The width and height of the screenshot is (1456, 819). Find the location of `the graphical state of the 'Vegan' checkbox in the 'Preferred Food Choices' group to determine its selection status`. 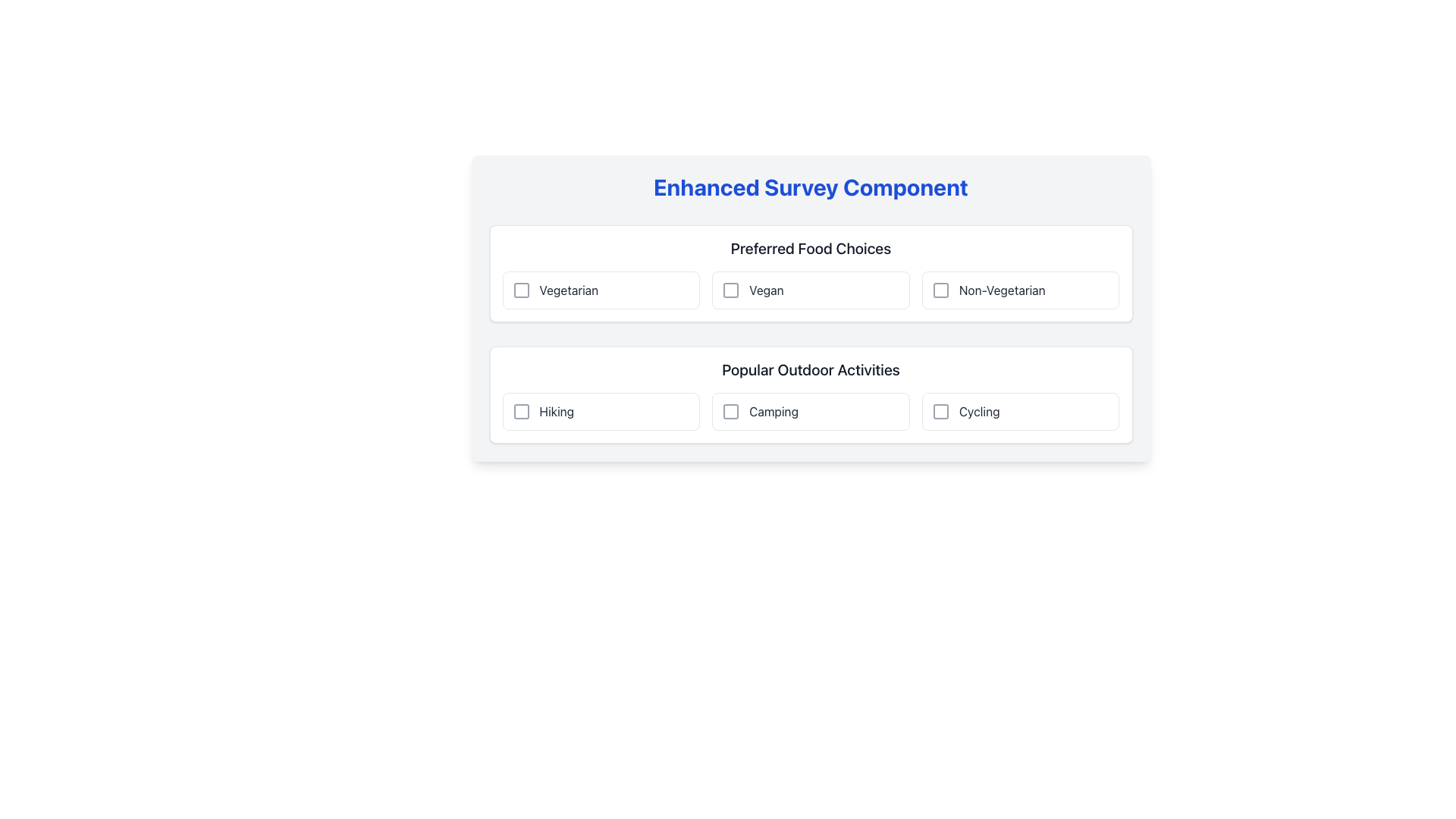

the graphical state of the 'Vegan' checkbox in the 'Preferred Food Choices' group to determine its selection status is located at coordinates (731, 290).